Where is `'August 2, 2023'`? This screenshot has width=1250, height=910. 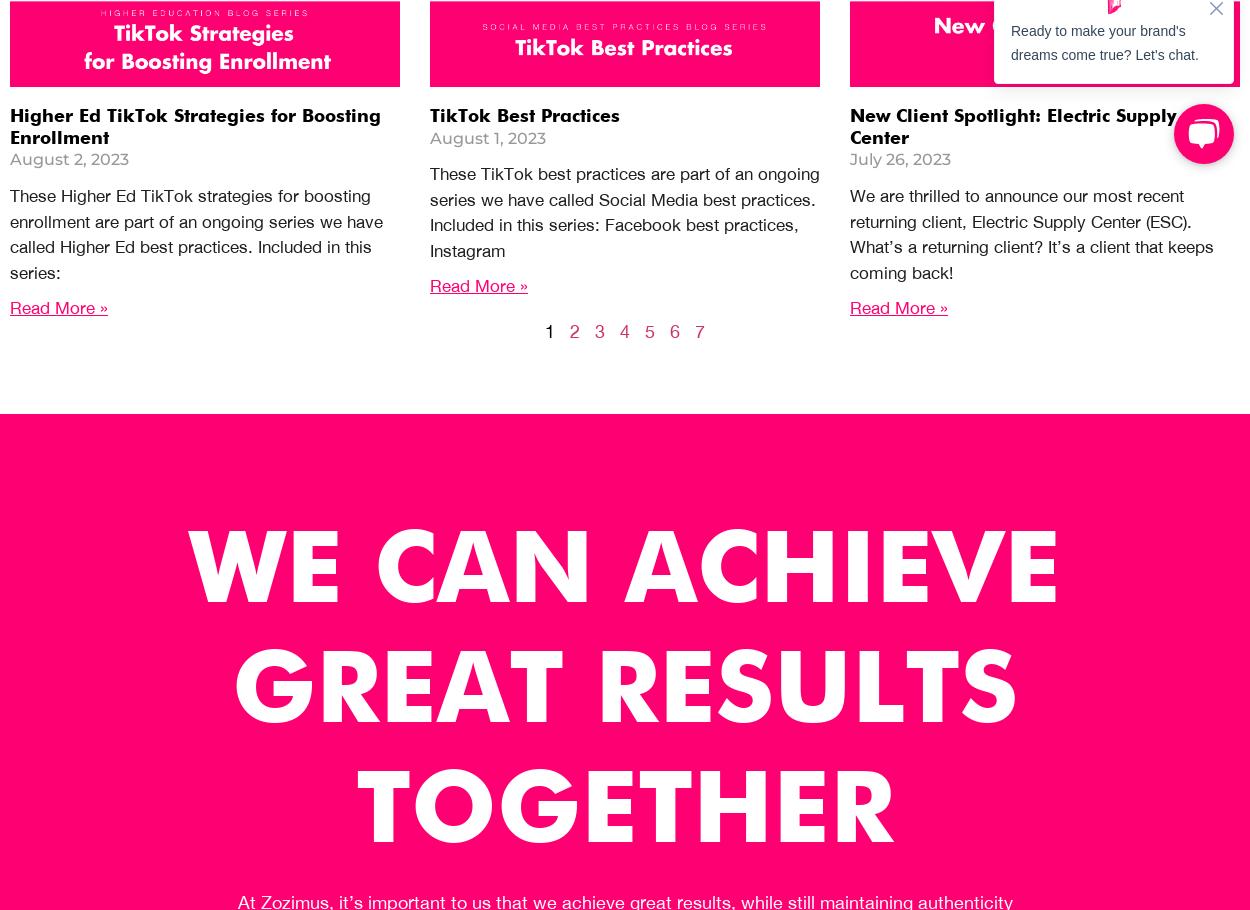 'August 2, 2023' is located at coordinates (10, 158).